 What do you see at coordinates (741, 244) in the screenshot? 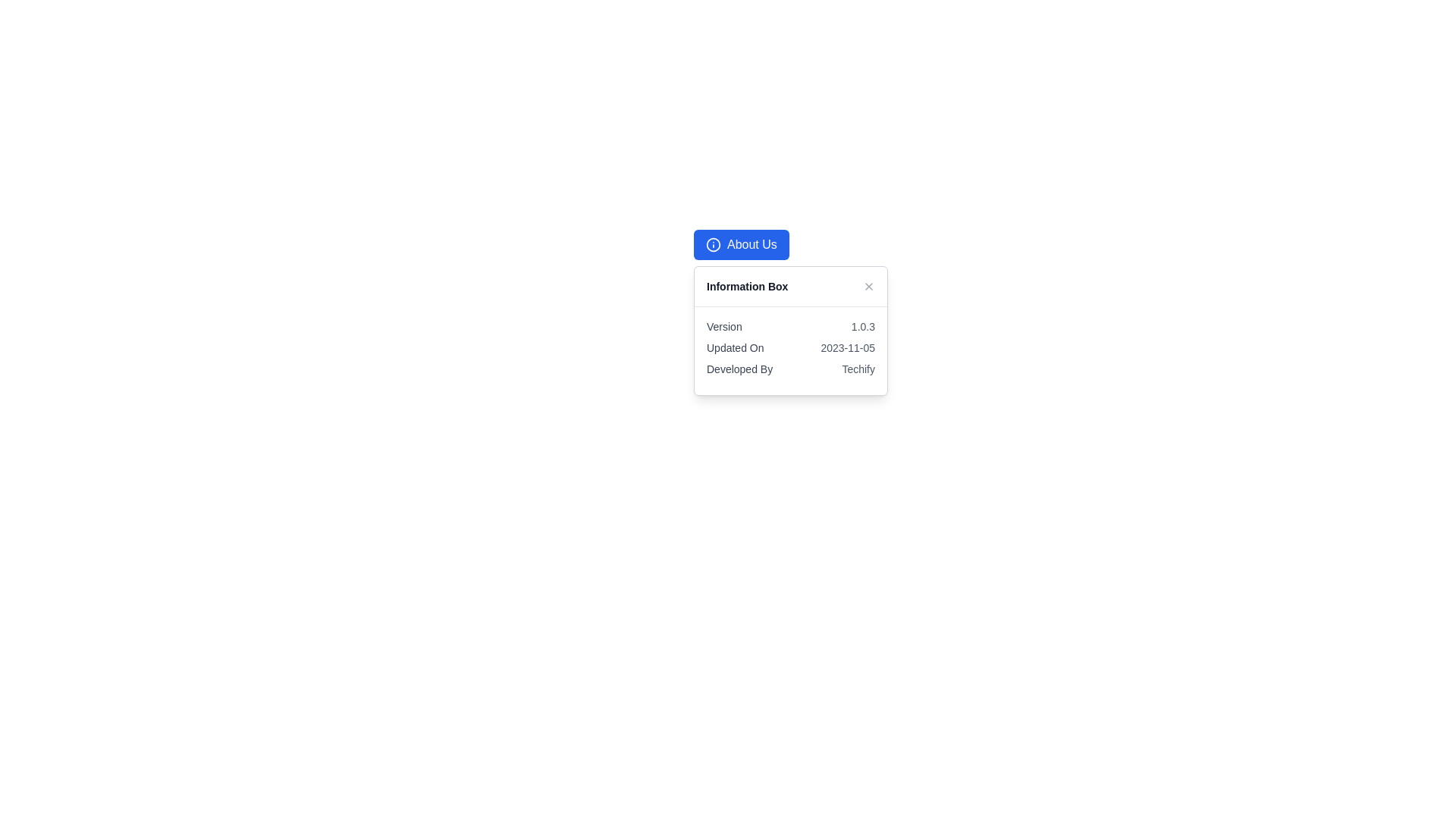
I see `the 'About Us' button, which has a blue background and white text with an 'i' icon, located above a white information panel` at bounding box center [741, 244].